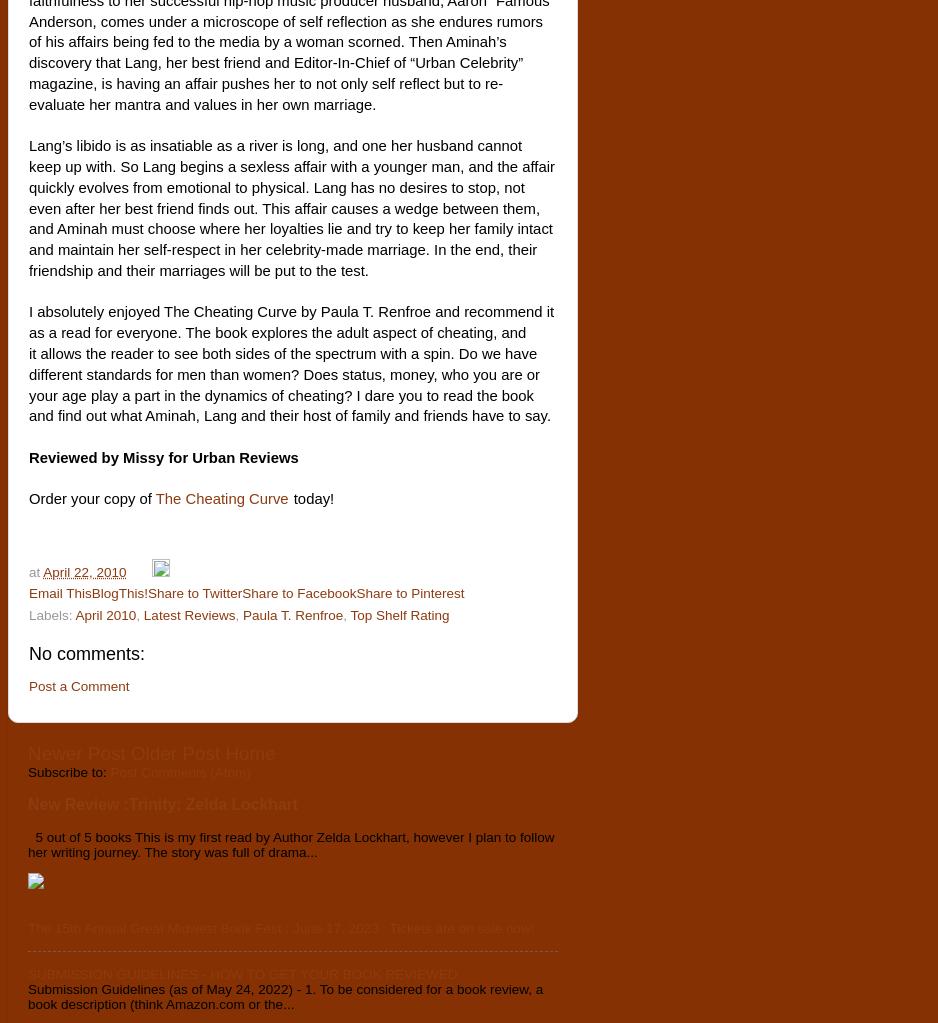 The width and height of the screenshot is (938, 1023). Describe the element at coordinates (221, 499) in the screenshot. I see `'The Cheating Curve'` at that location.